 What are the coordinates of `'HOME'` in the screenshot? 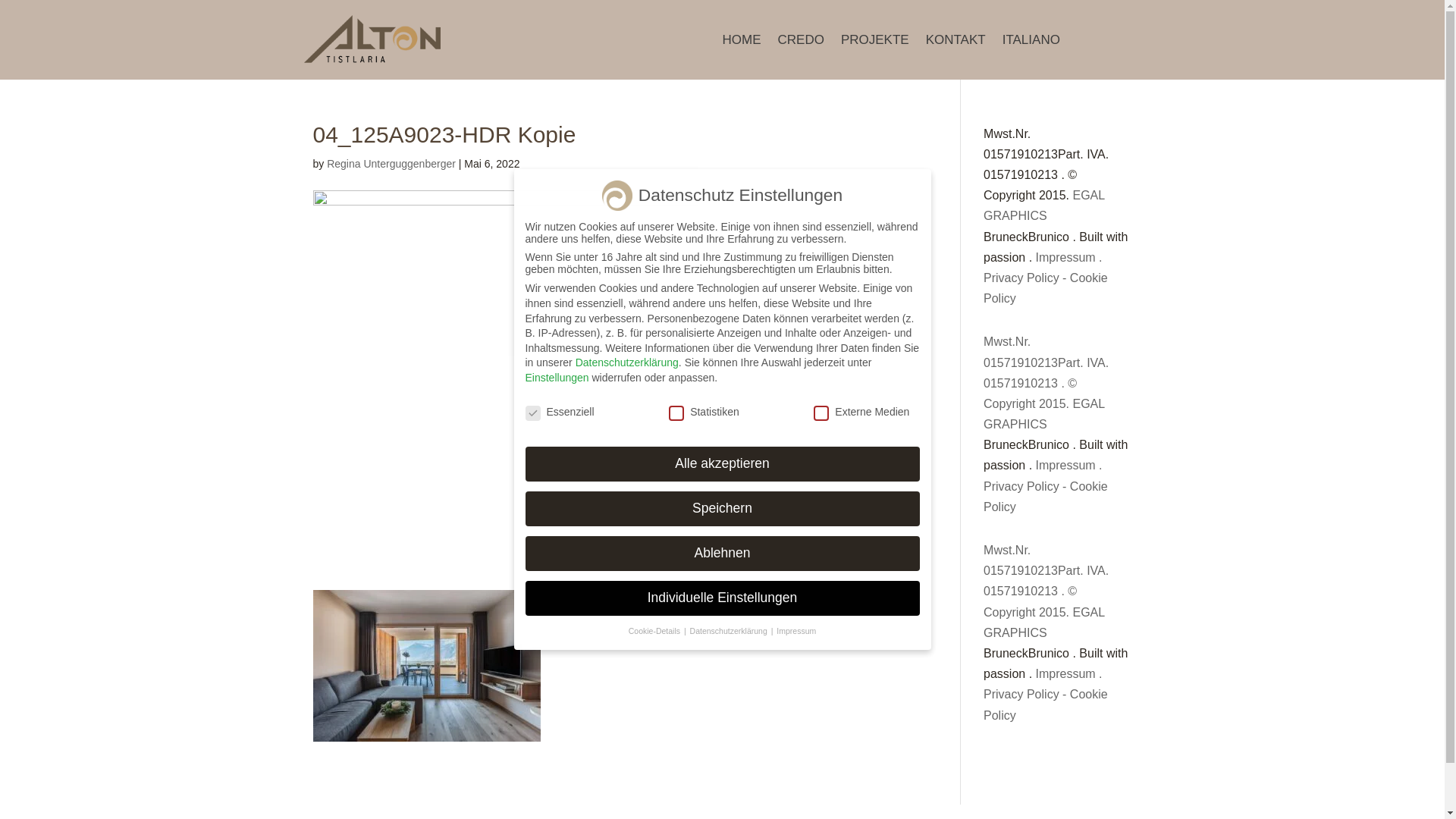 It's located at (741, 42).